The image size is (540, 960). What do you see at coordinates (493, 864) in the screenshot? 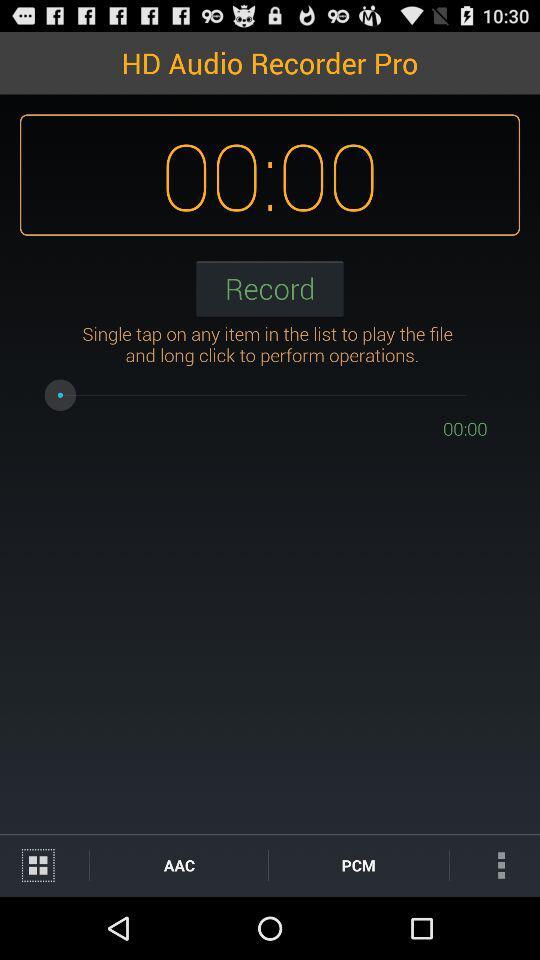
I see `item at the bottom right corner` at bounding box center [493, 864].